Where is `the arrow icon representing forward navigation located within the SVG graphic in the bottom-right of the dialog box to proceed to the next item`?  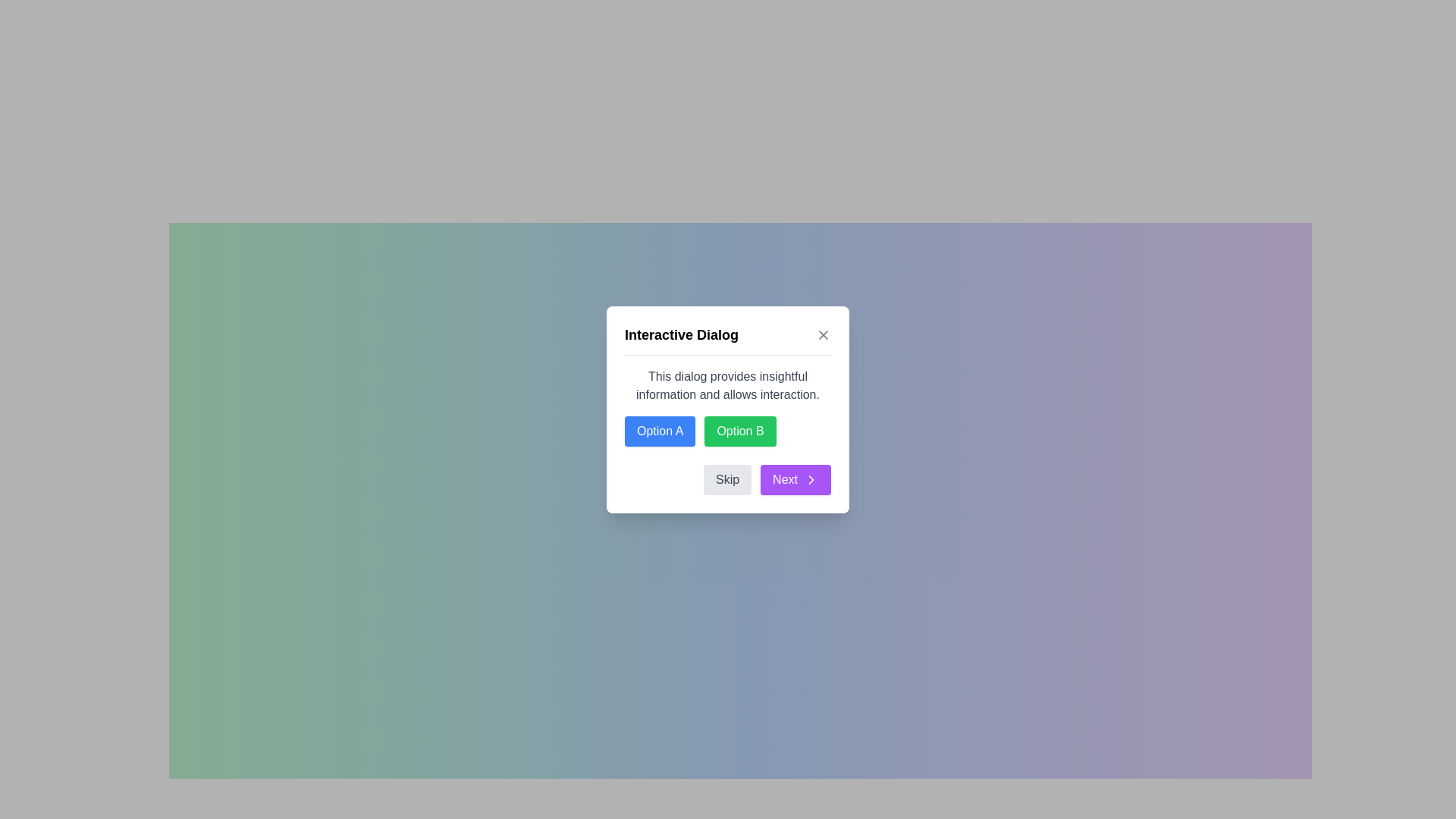 the arrow icon representing forward navigation located within the SVG graphic in the bottom-right of the dialog box to proceed to the next item is located at coordinates (811, 479).